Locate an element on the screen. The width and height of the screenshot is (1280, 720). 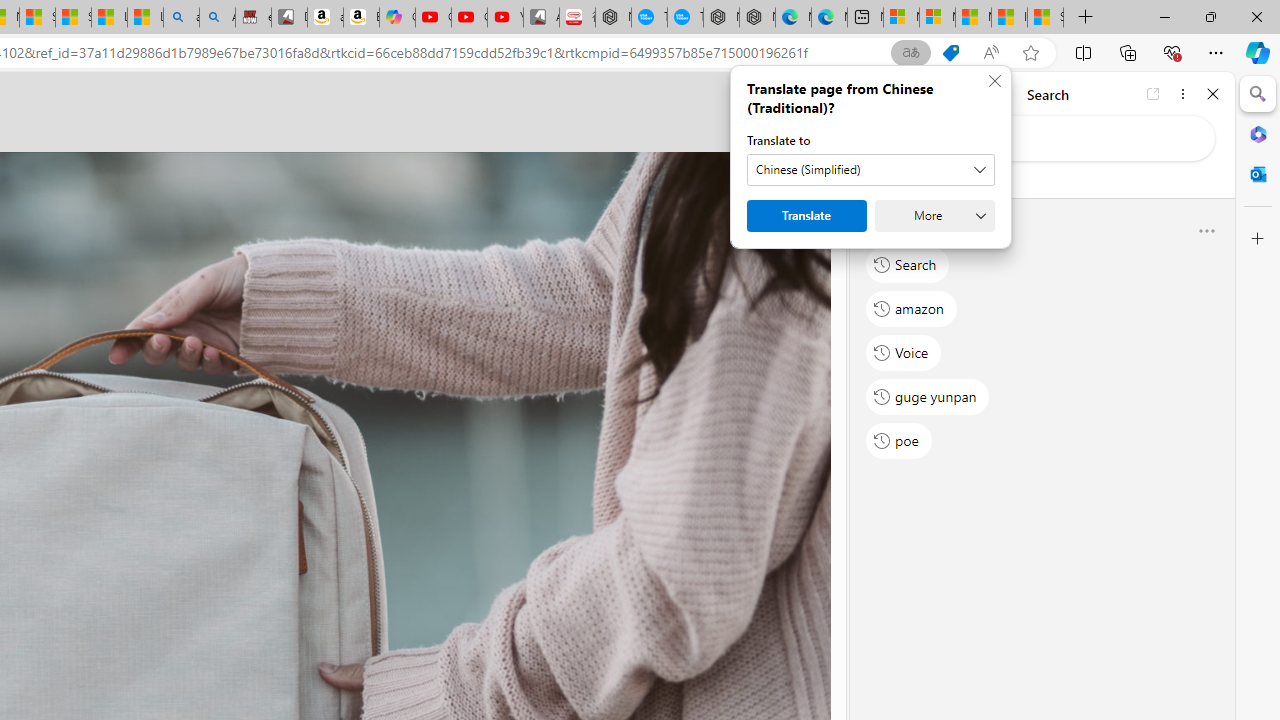
'I Gained 20 Pounds of Muscle in 30 Days! | Watch' is located at coordinates (1009, 17).